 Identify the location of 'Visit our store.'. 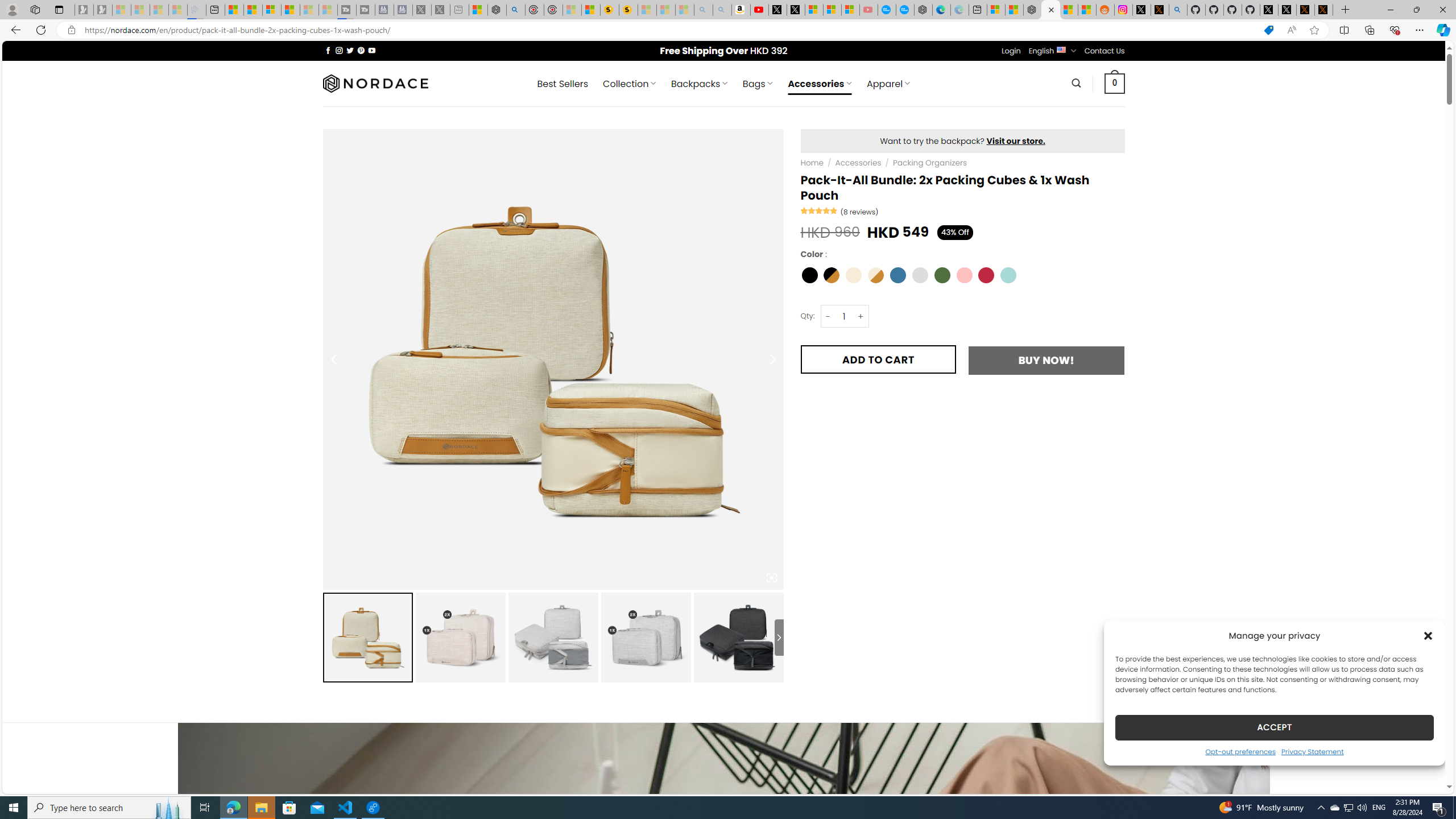
(1015, 140).